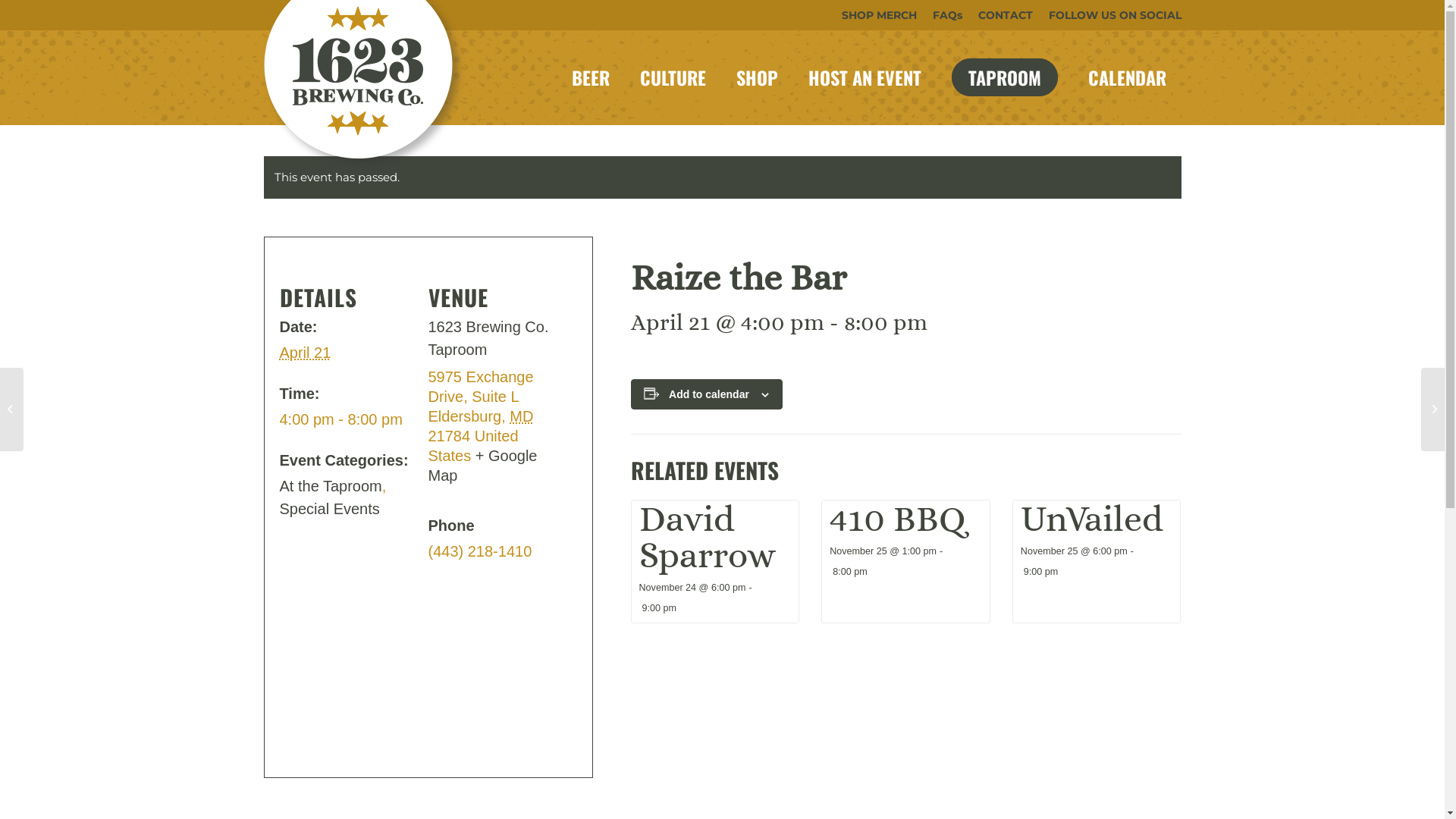  Describe the element at coordinates (1092, 517) in the screenshot. I see `'UnVailed'` at that location.